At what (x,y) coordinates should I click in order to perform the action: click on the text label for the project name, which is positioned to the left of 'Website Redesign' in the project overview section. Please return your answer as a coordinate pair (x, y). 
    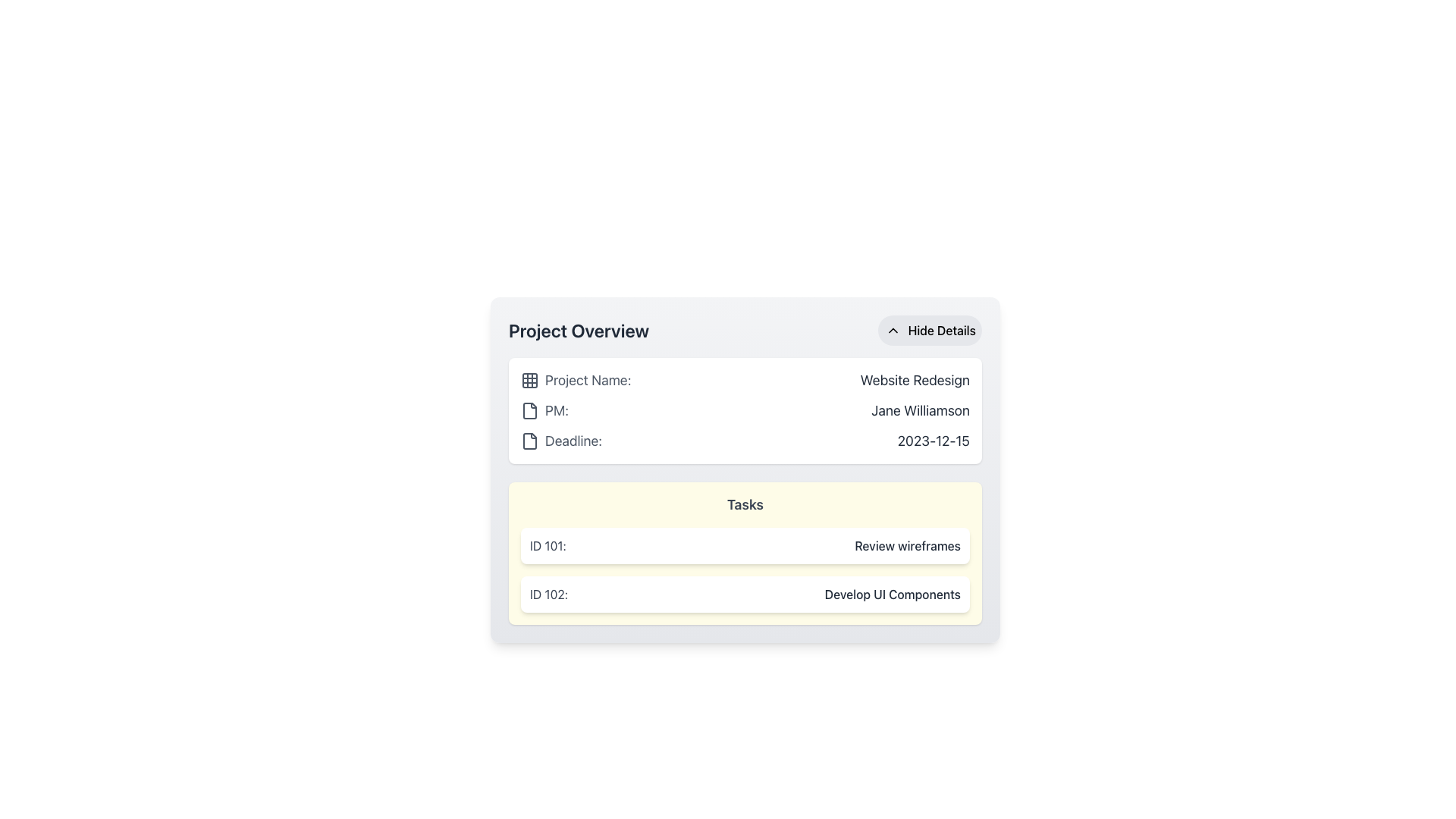
    Looking at the image, I should click on (575, 379).